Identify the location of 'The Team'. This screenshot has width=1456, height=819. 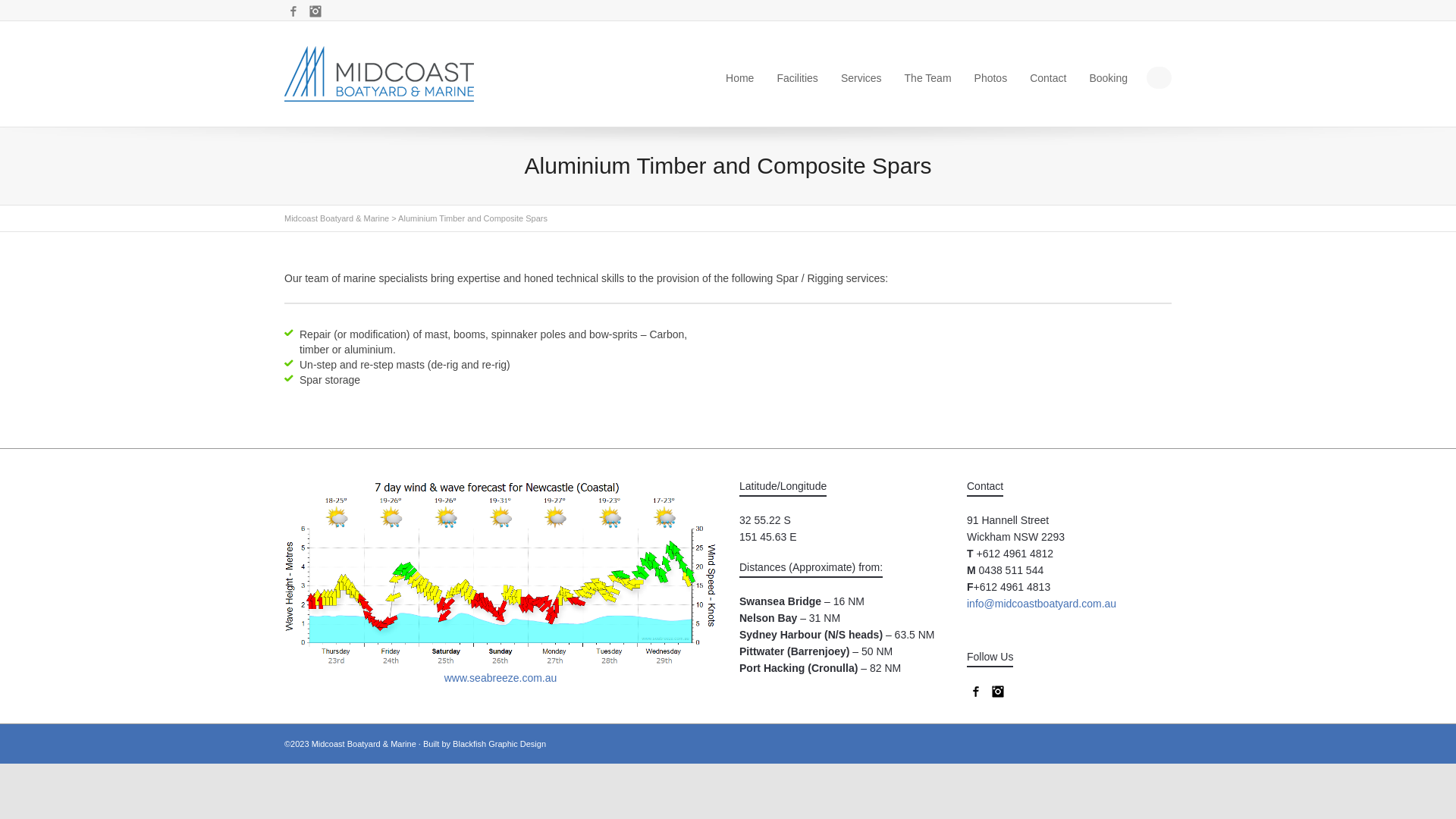
(927, 78).